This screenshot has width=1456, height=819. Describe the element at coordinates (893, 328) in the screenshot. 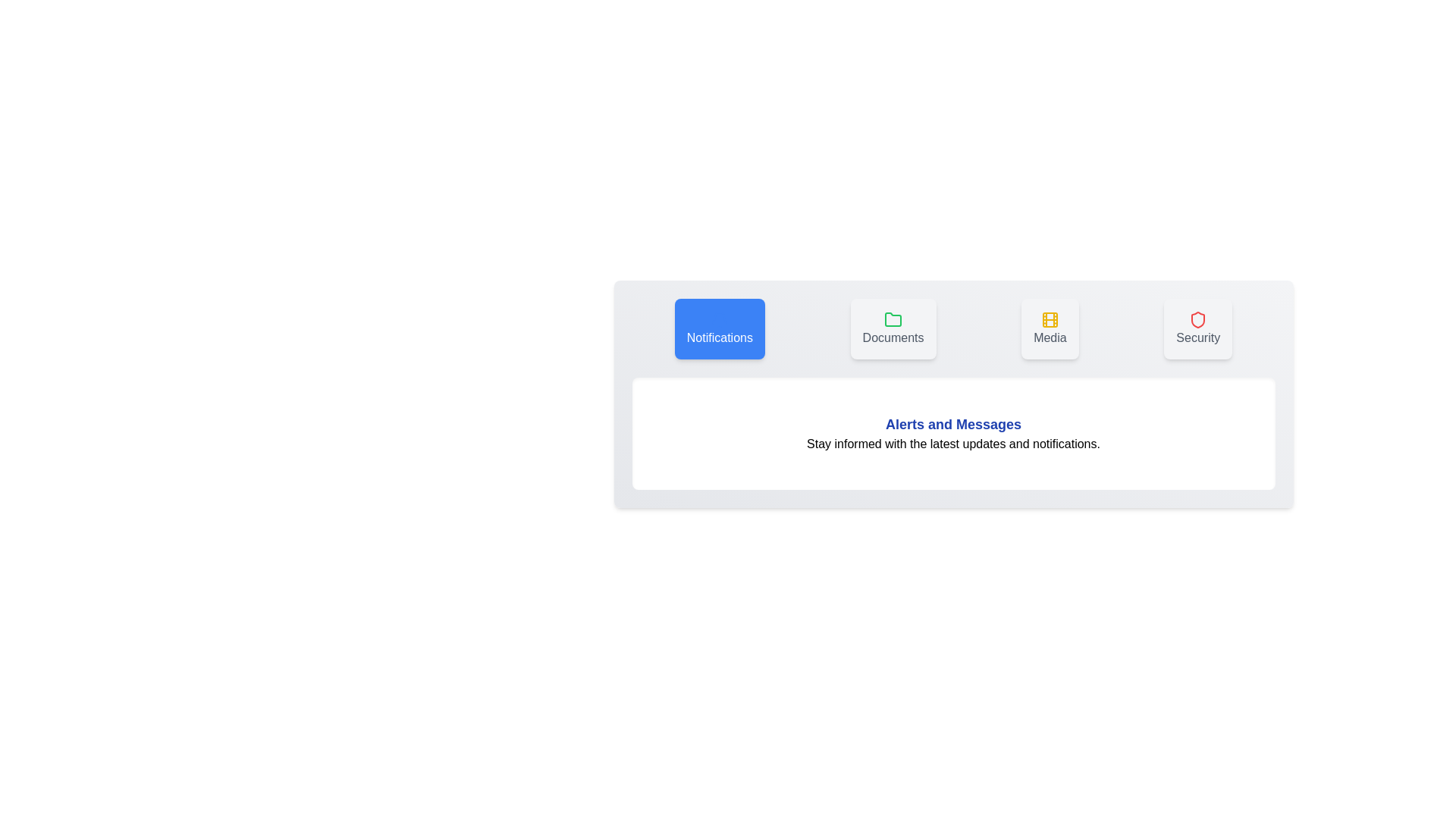

I see `the tab labeled Documents` at that location.